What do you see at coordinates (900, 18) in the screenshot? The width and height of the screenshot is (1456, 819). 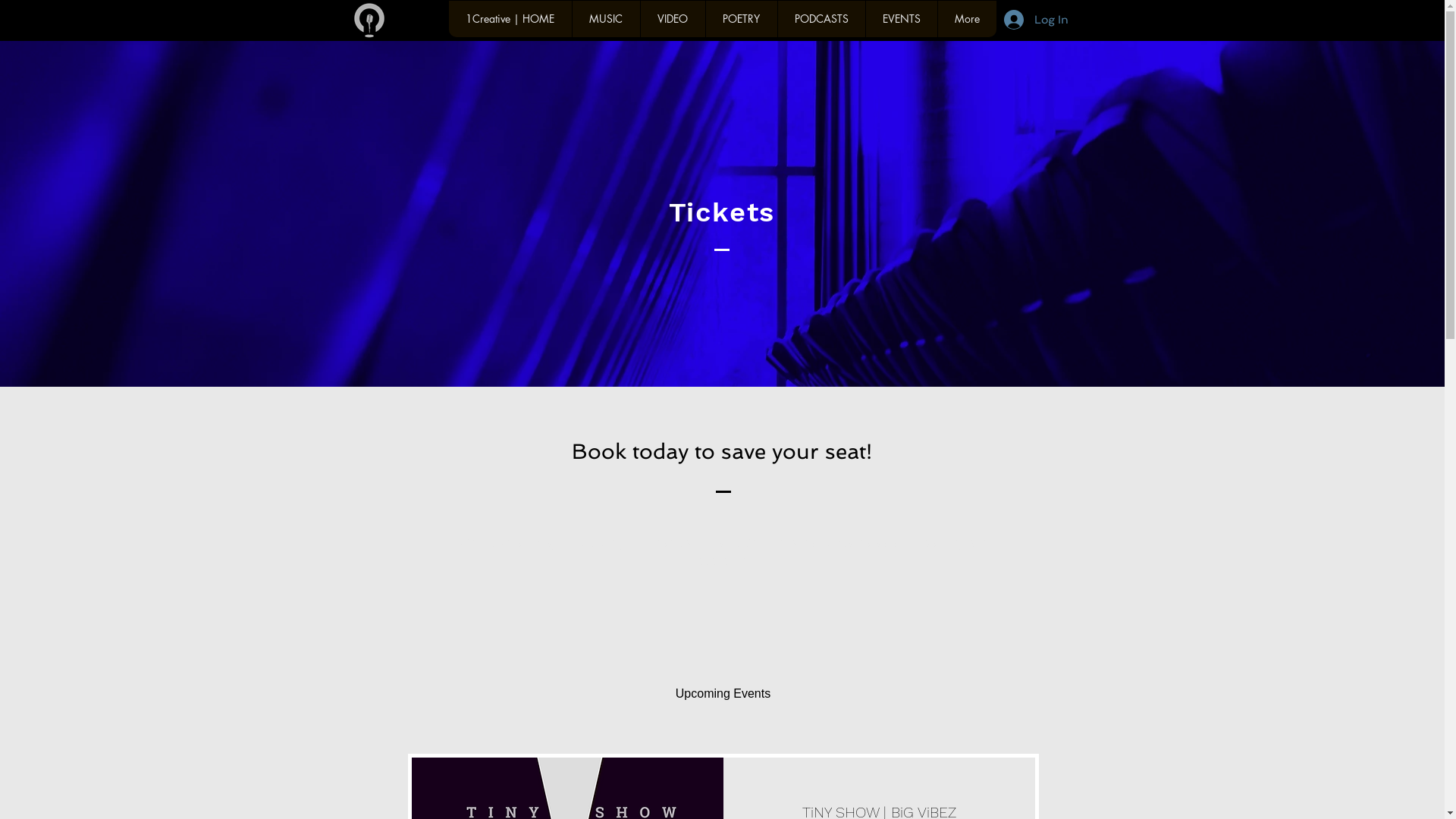 I see `'EVENTS'` at bounding box center [900, 18].